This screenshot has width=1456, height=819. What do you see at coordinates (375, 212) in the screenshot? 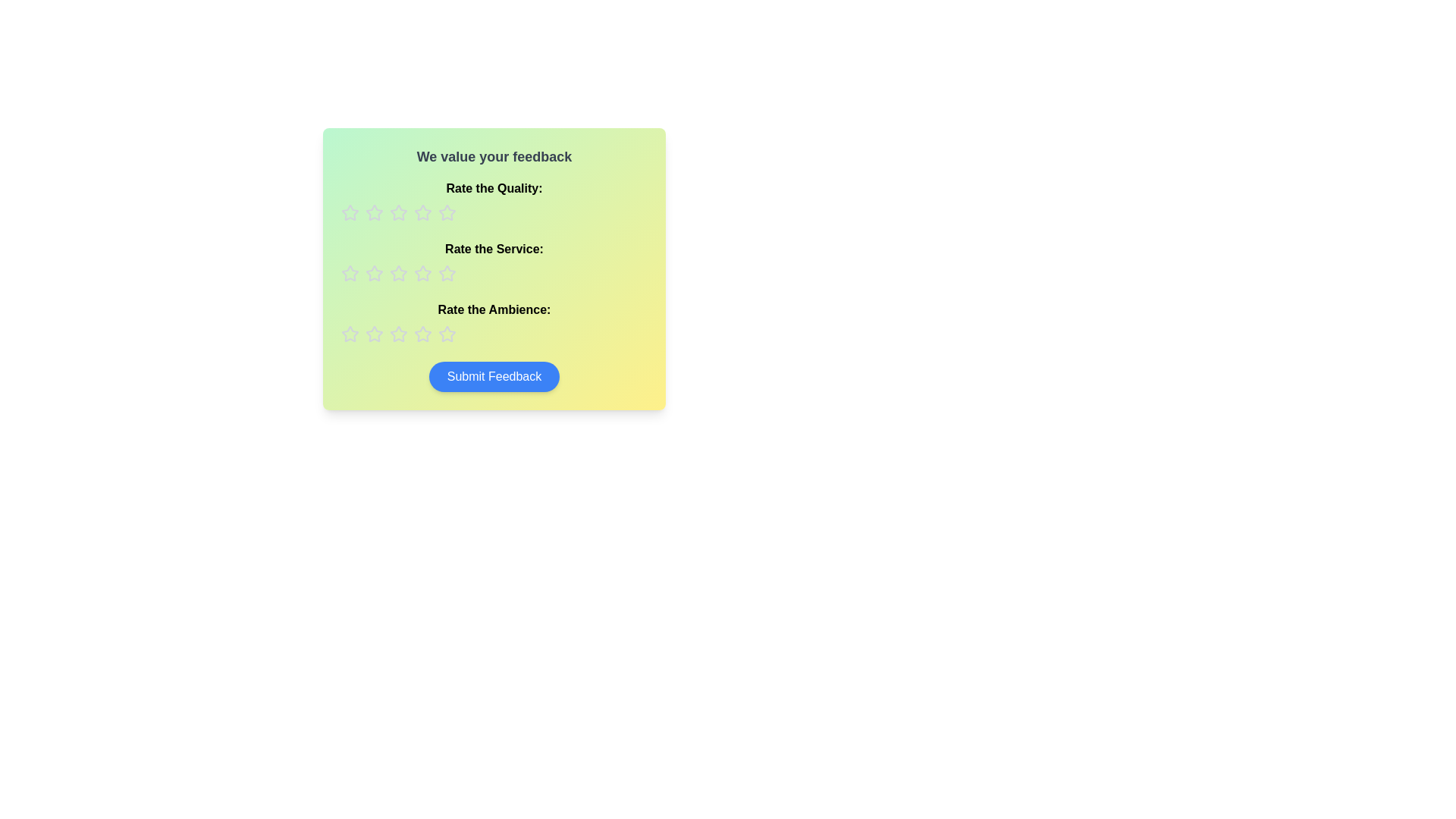
I see `the first star in the 'Rate the Quality' rating row to provide a rating of 1` at bounding box center [375, 212].